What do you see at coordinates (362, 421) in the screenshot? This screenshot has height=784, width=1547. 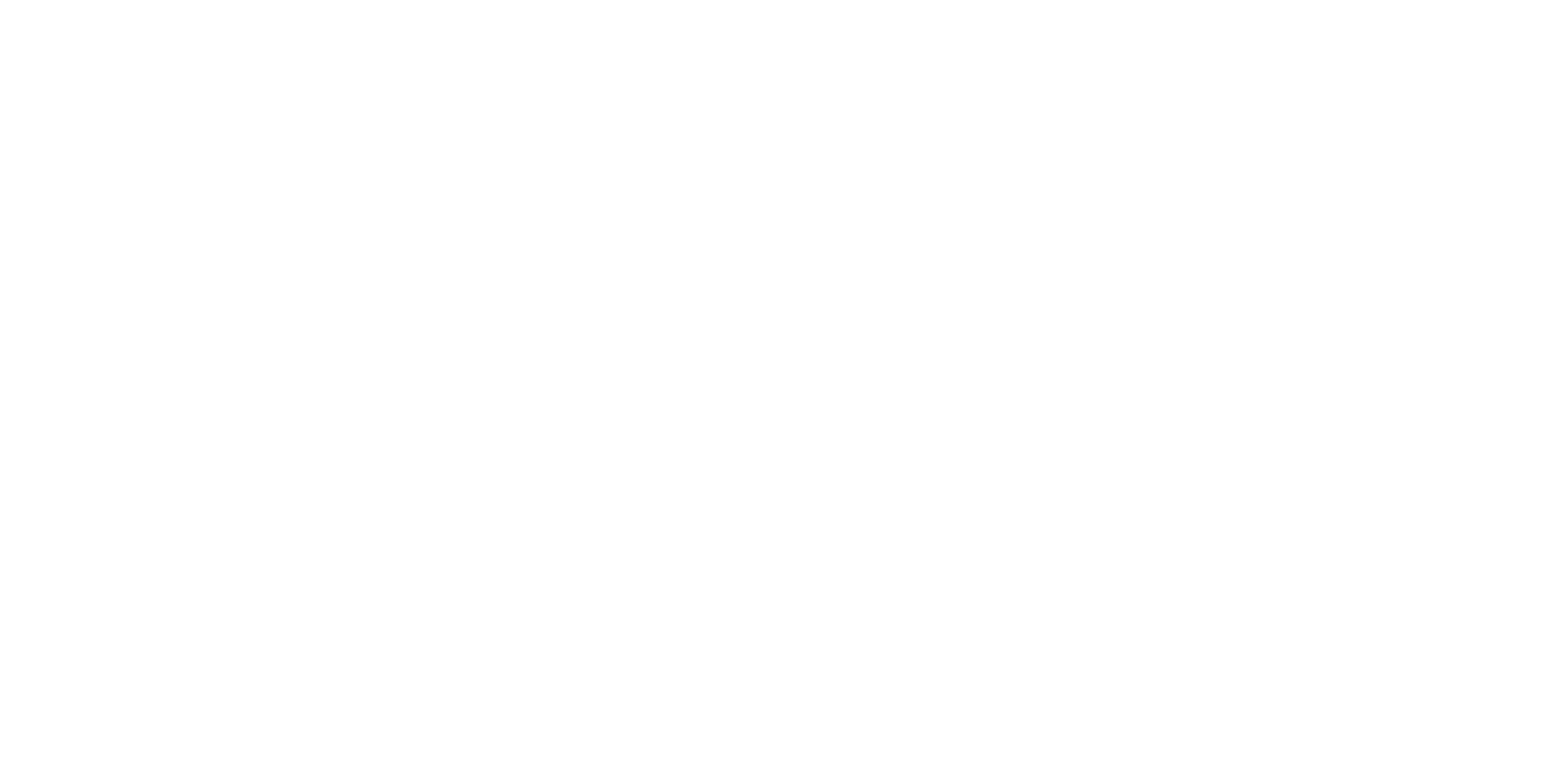 I see `'Women in Consumer Technology and CEDIA Host Coaching Event at CEDIA HQ'` at bounding box center [362, 421].